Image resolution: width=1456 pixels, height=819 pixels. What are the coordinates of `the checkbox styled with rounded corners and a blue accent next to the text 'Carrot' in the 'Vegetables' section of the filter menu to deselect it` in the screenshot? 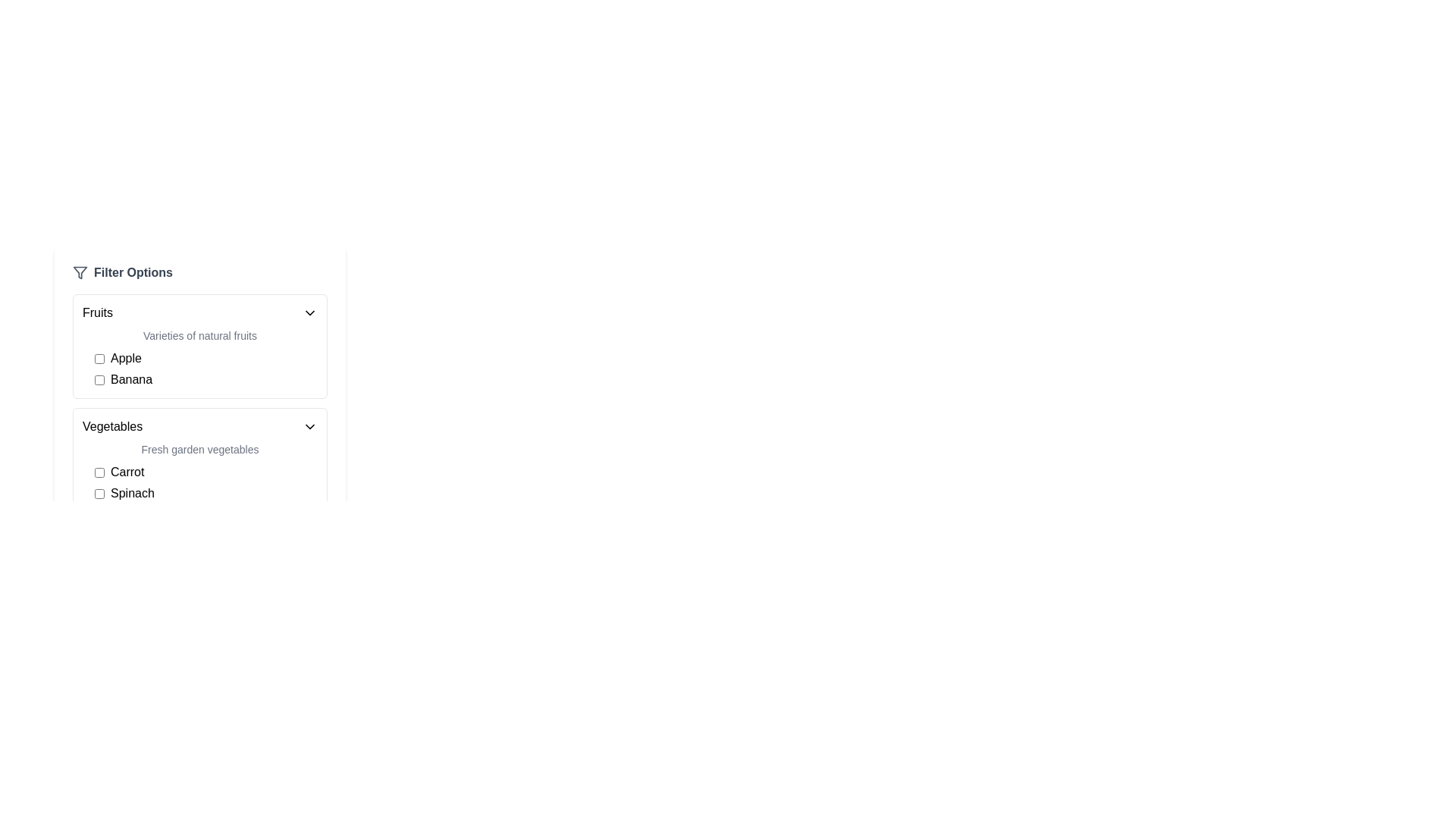 It's located at (99, 472).